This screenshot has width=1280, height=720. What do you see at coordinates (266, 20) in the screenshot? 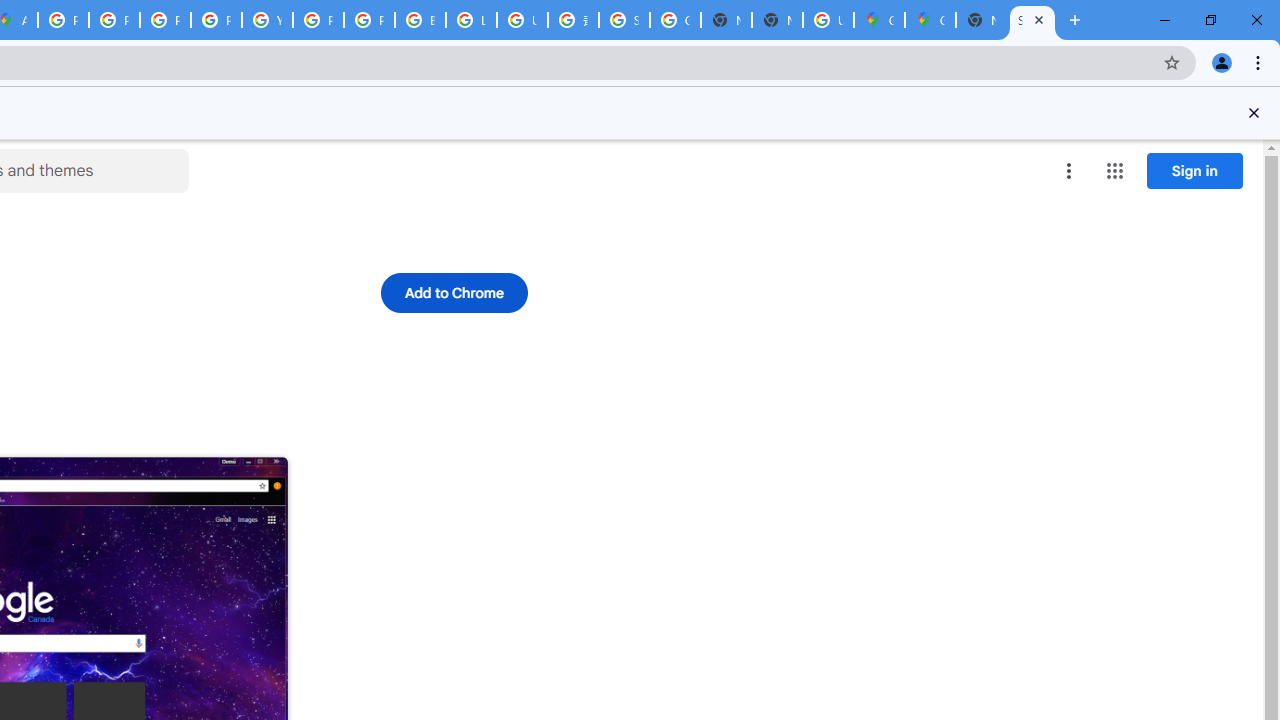
I see `'YouTube'` at bounding box center [266, 20].